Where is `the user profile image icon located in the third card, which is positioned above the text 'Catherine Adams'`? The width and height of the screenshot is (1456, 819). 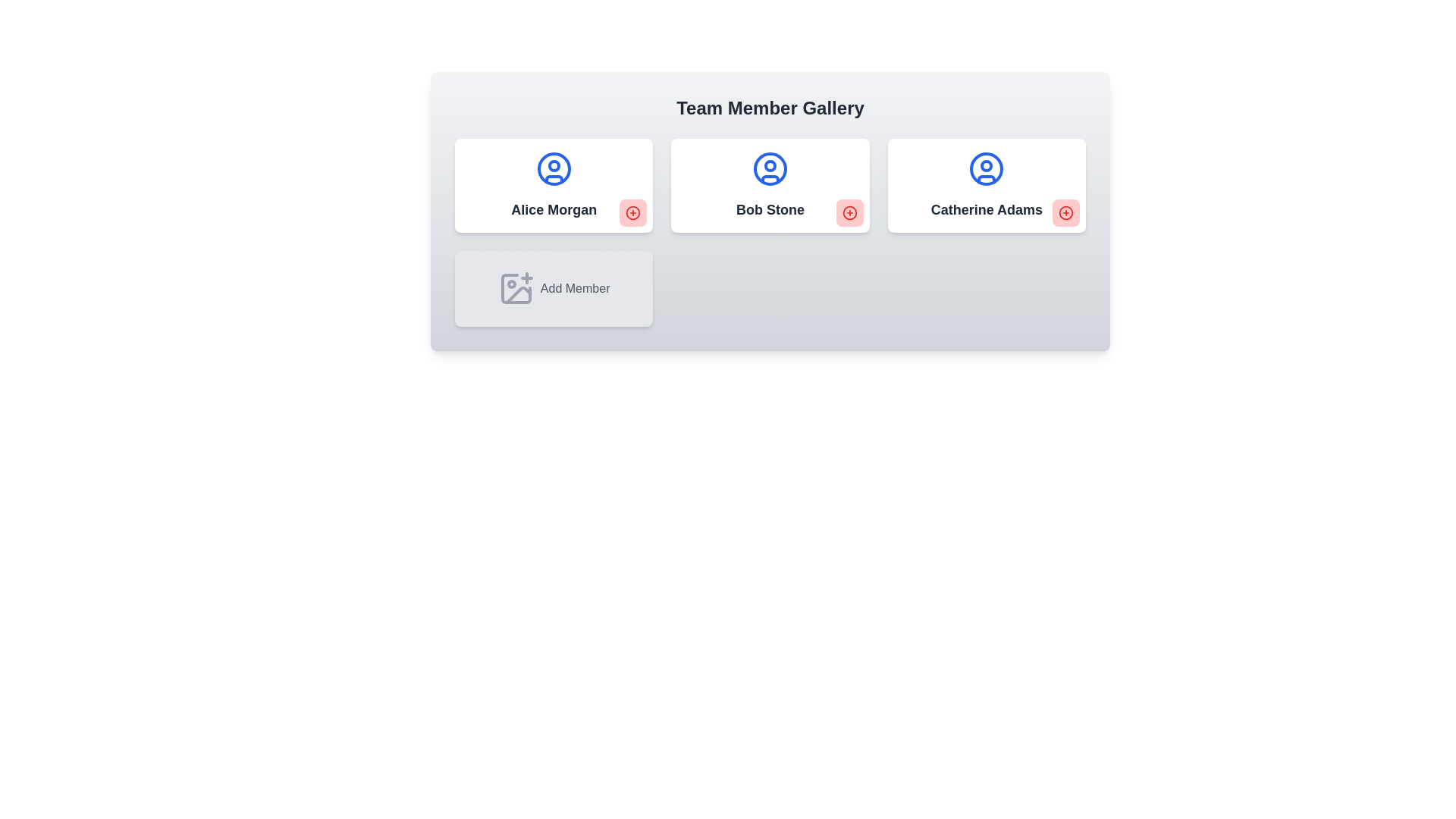 the user profile image icon located in the third card, which is positioned above the text 'Catherine Adams' is located at coordinates (987, 169).